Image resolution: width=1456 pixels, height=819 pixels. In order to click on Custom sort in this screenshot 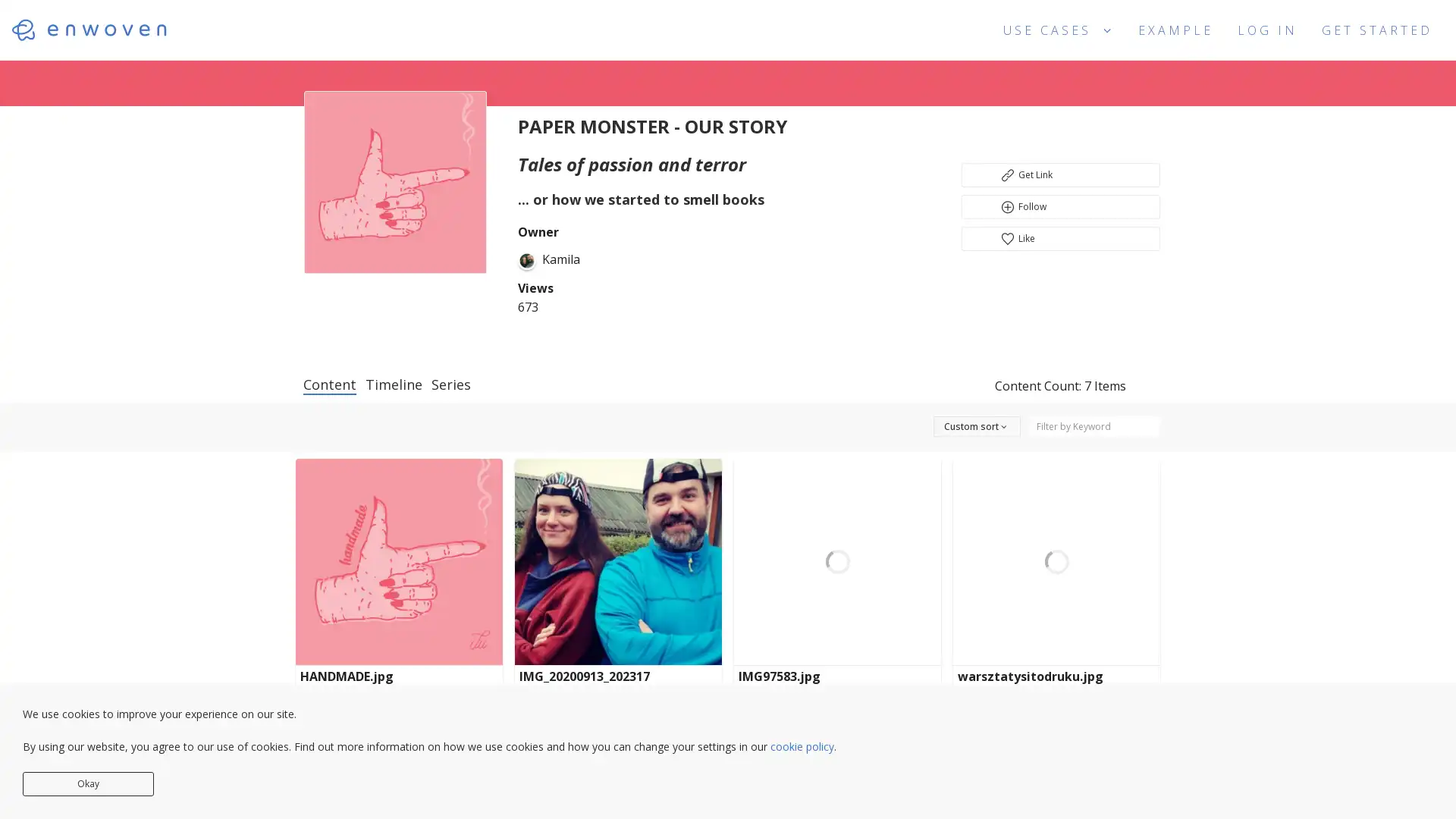, I will do `click(960, 426)`.